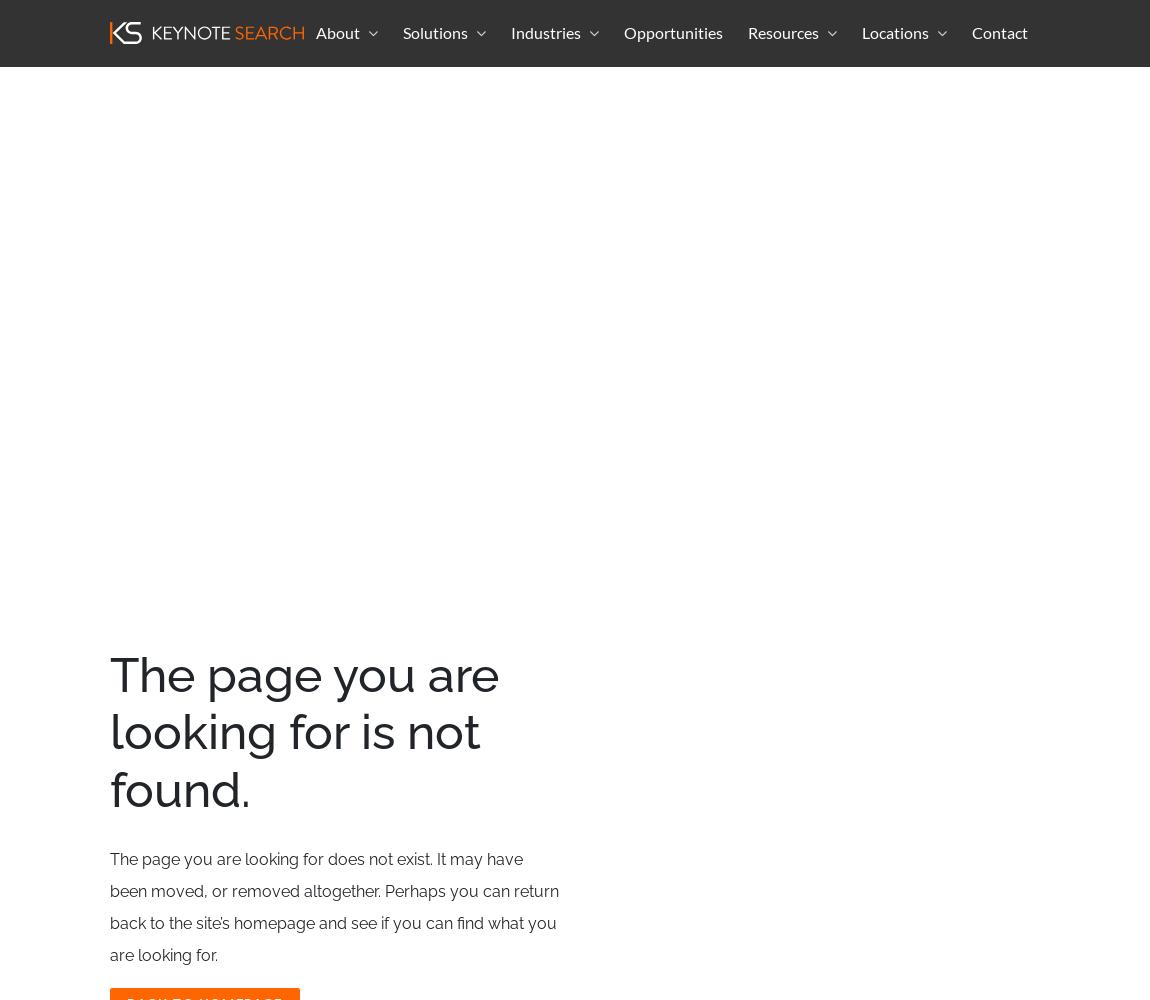  I want to click on 'Real Estate', so click(514, 117).